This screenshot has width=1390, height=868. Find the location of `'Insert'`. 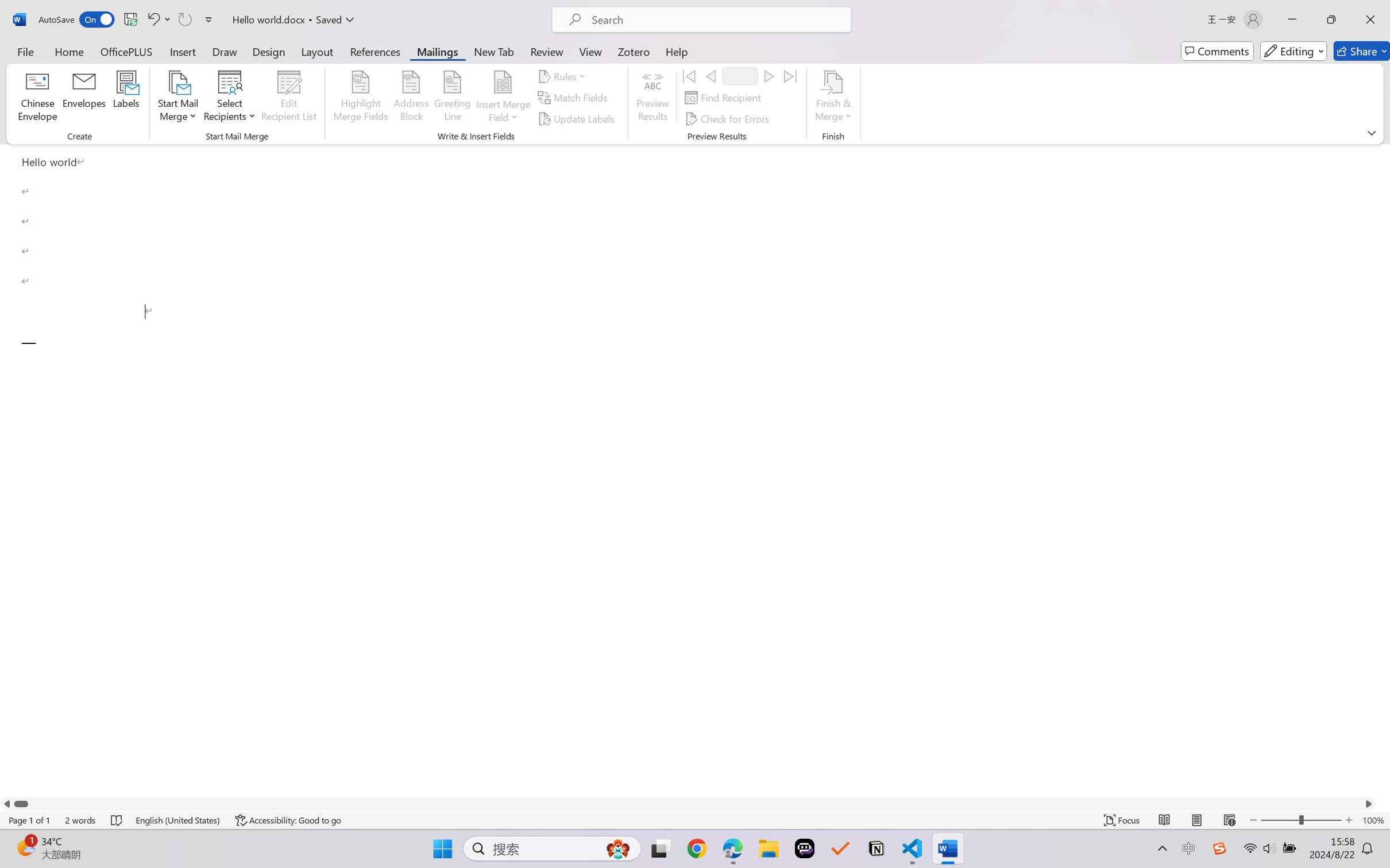

'Insert' is located at coordinates (182, 51).